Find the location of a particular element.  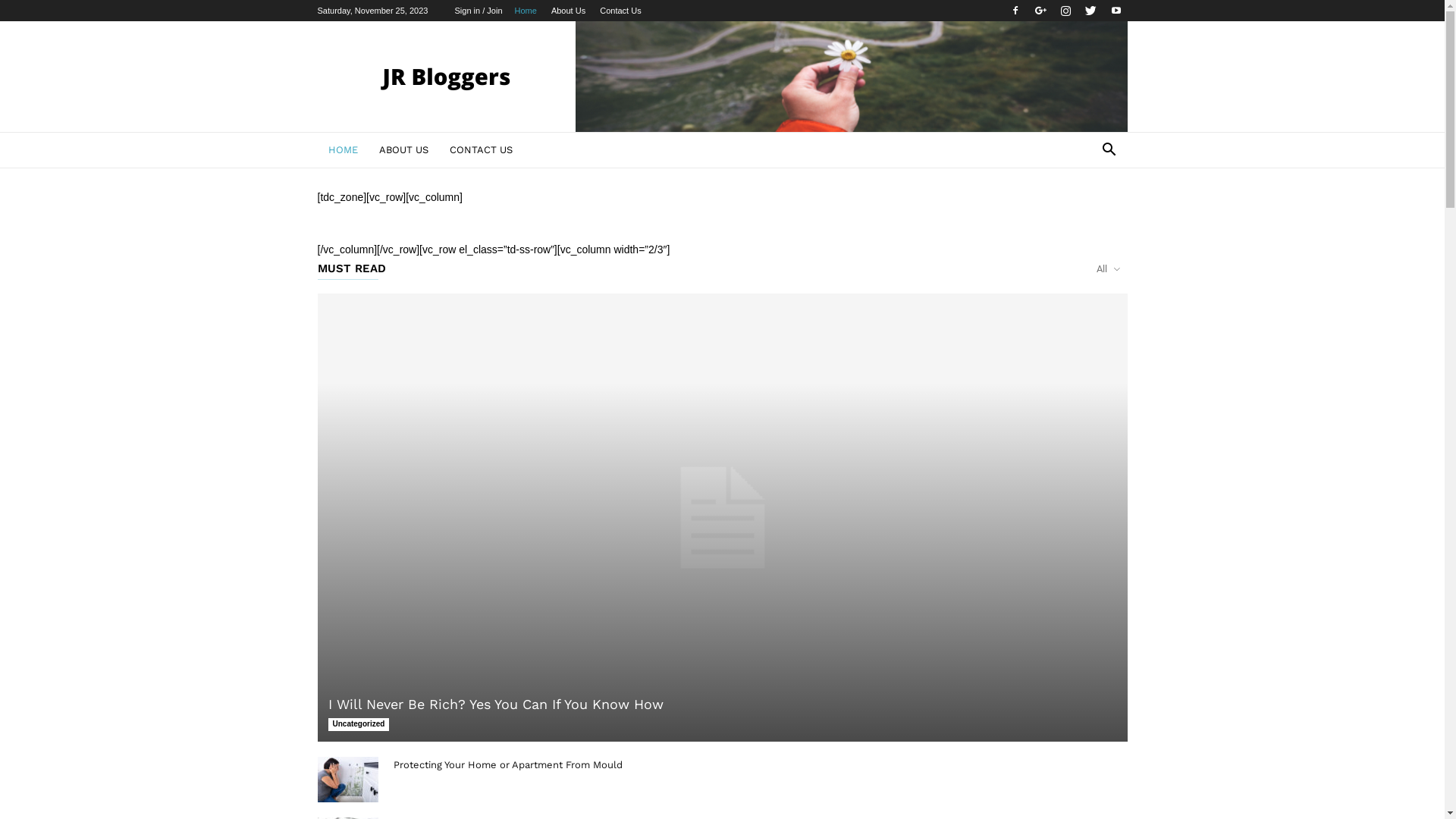

'Protecting Your Home or Apartment From Mould' is located at coordinates (393, 764).